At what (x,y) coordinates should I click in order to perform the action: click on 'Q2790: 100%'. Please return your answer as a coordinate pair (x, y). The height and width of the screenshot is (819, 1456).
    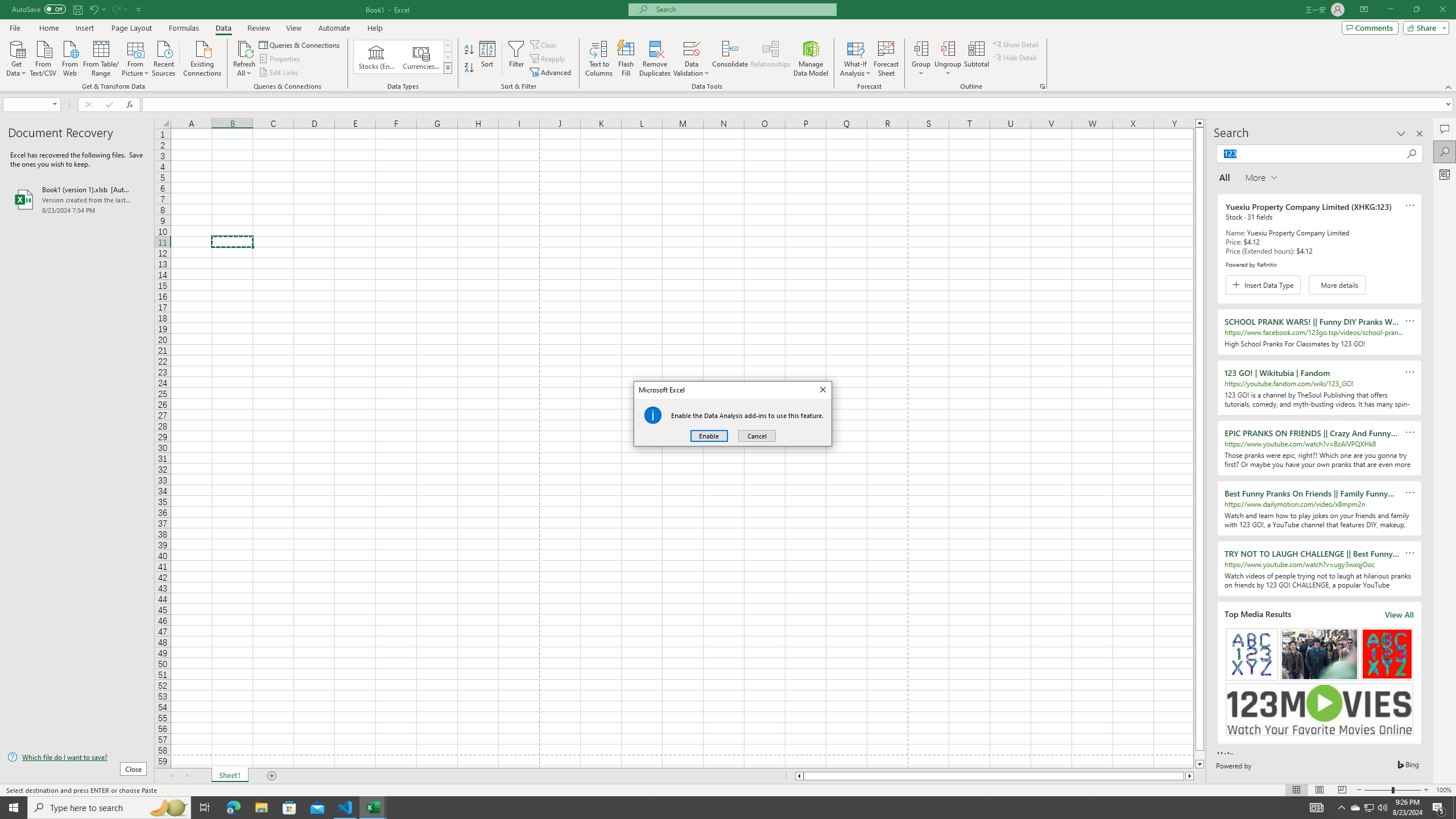
    Looking at the image, I should click on (1381, 806).